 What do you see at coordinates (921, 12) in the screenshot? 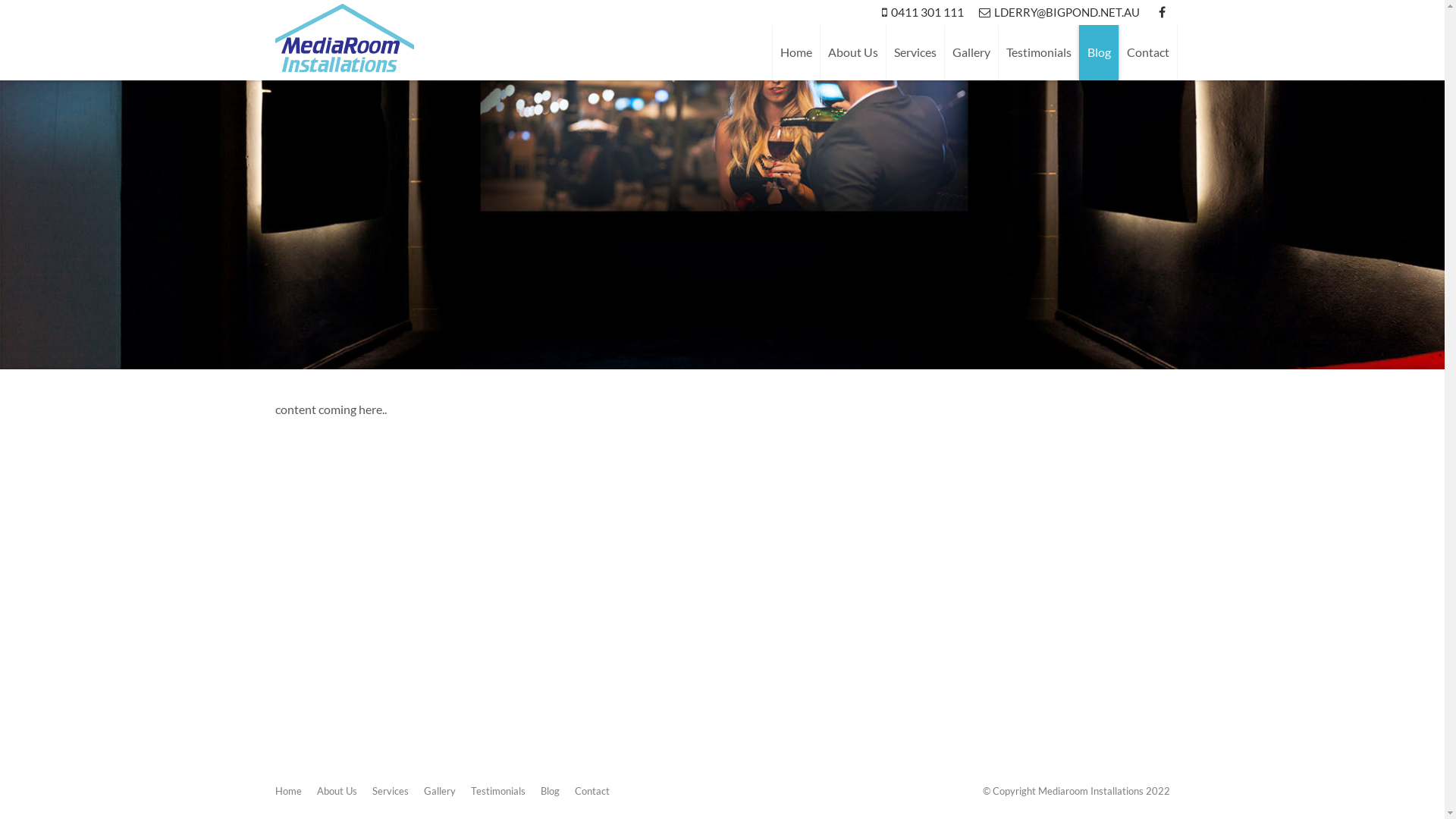
I see `'0411 301 111'` at bounding box center [921, 12].